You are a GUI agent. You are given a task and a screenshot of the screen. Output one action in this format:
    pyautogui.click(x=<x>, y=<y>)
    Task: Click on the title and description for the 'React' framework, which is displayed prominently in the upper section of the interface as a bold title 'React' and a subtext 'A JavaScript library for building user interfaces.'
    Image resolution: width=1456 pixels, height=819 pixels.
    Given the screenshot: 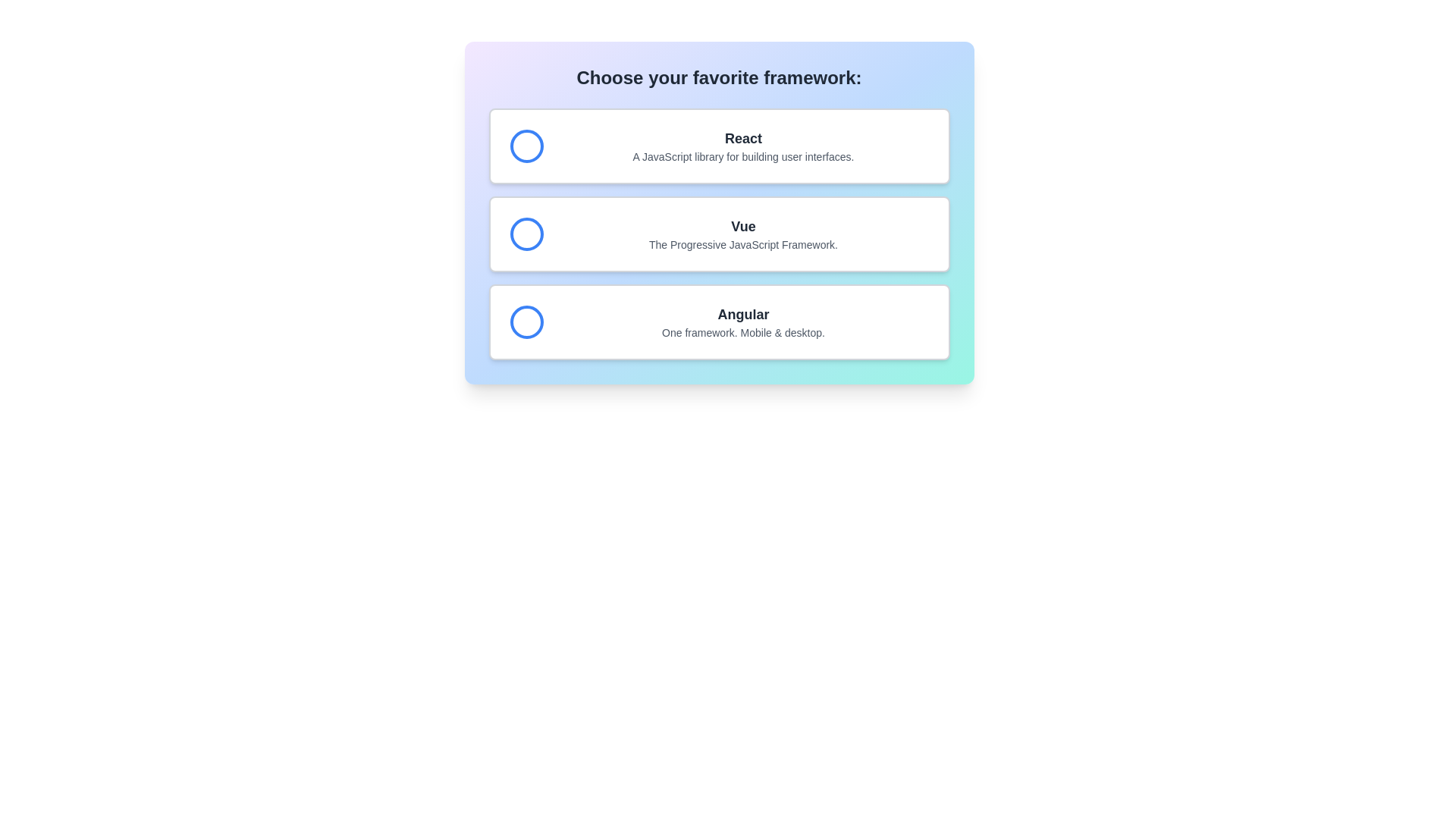 What is the action you would take?
    pyautogui.click(x=743, y=146)
    